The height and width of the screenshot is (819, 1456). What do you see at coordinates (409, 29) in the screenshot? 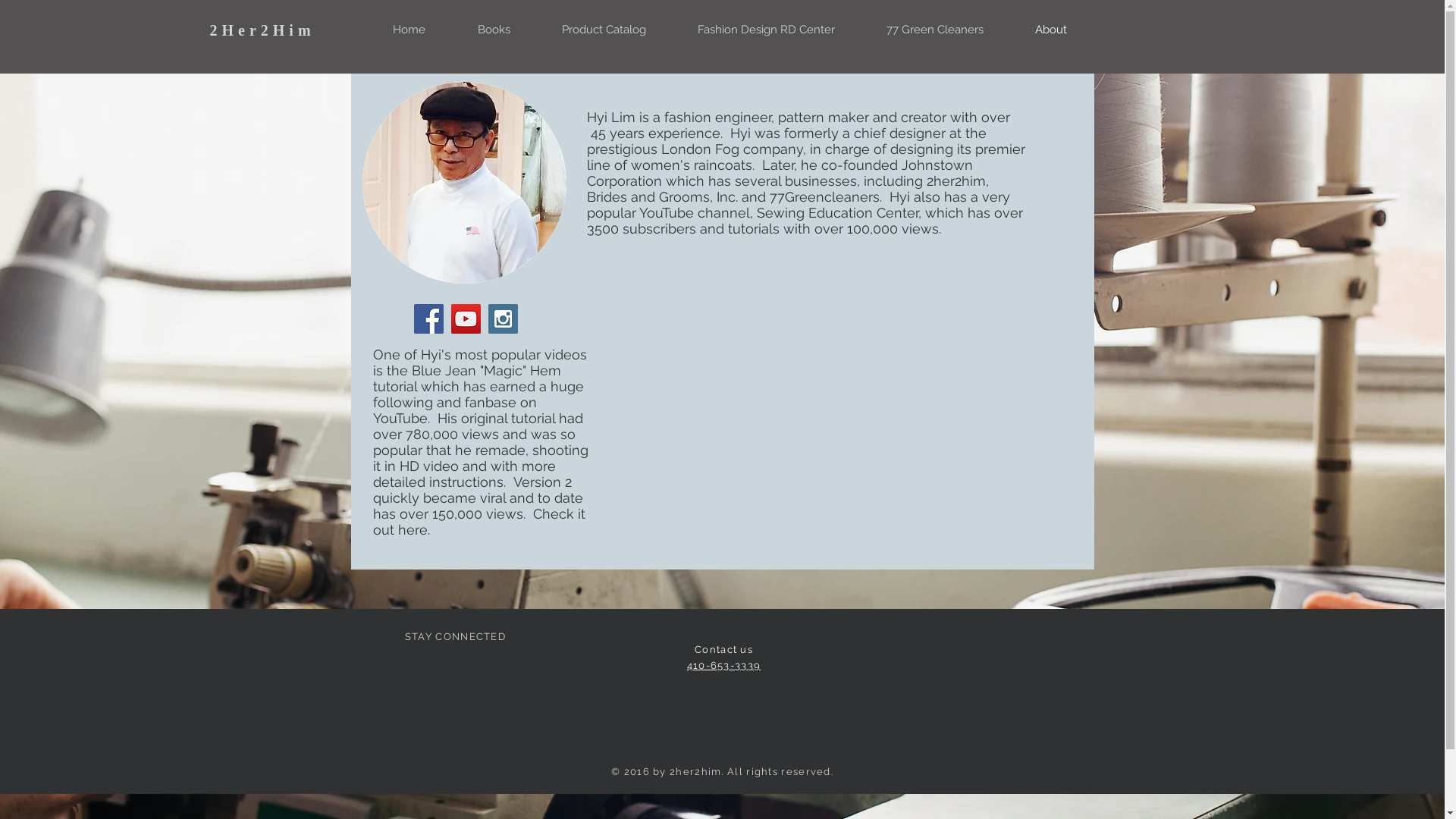
I see `'Home'` at bounding box center [409, 29].